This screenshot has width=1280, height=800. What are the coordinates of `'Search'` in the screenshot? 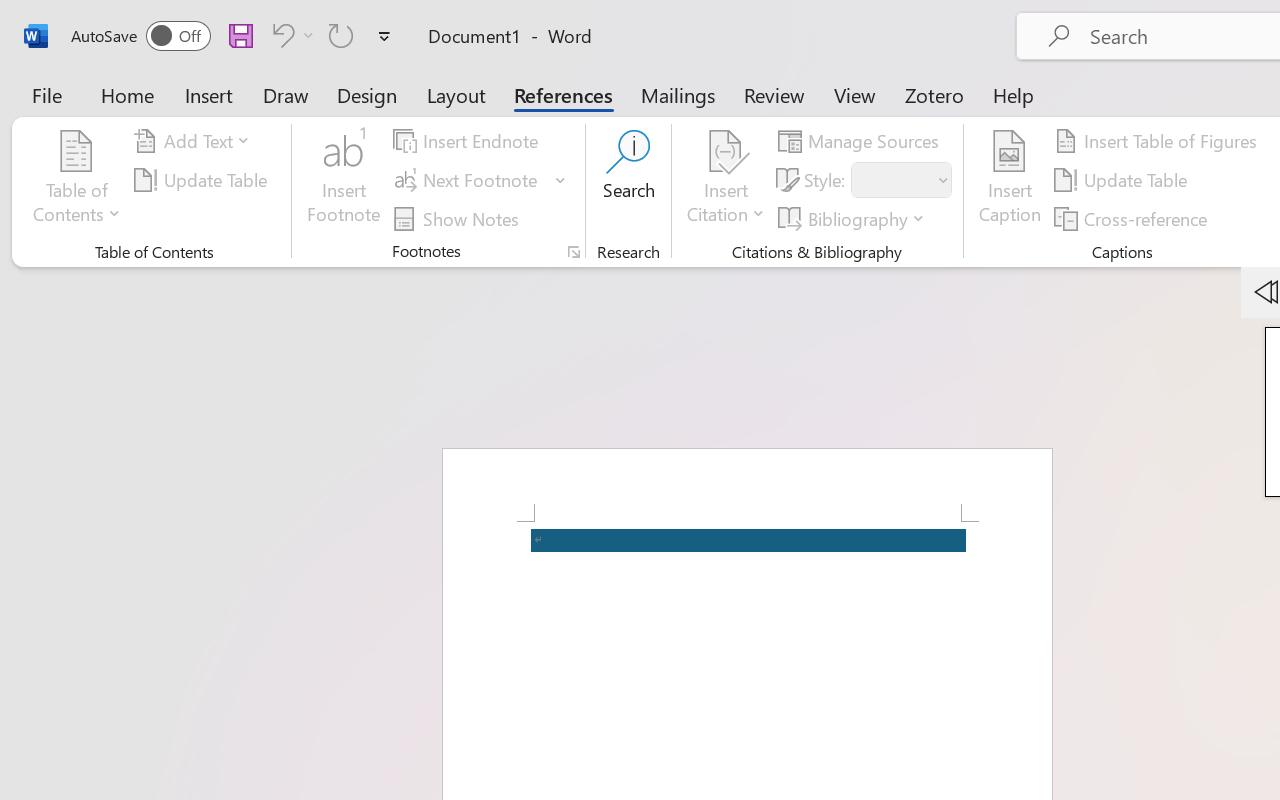 It's located at (628, 179).